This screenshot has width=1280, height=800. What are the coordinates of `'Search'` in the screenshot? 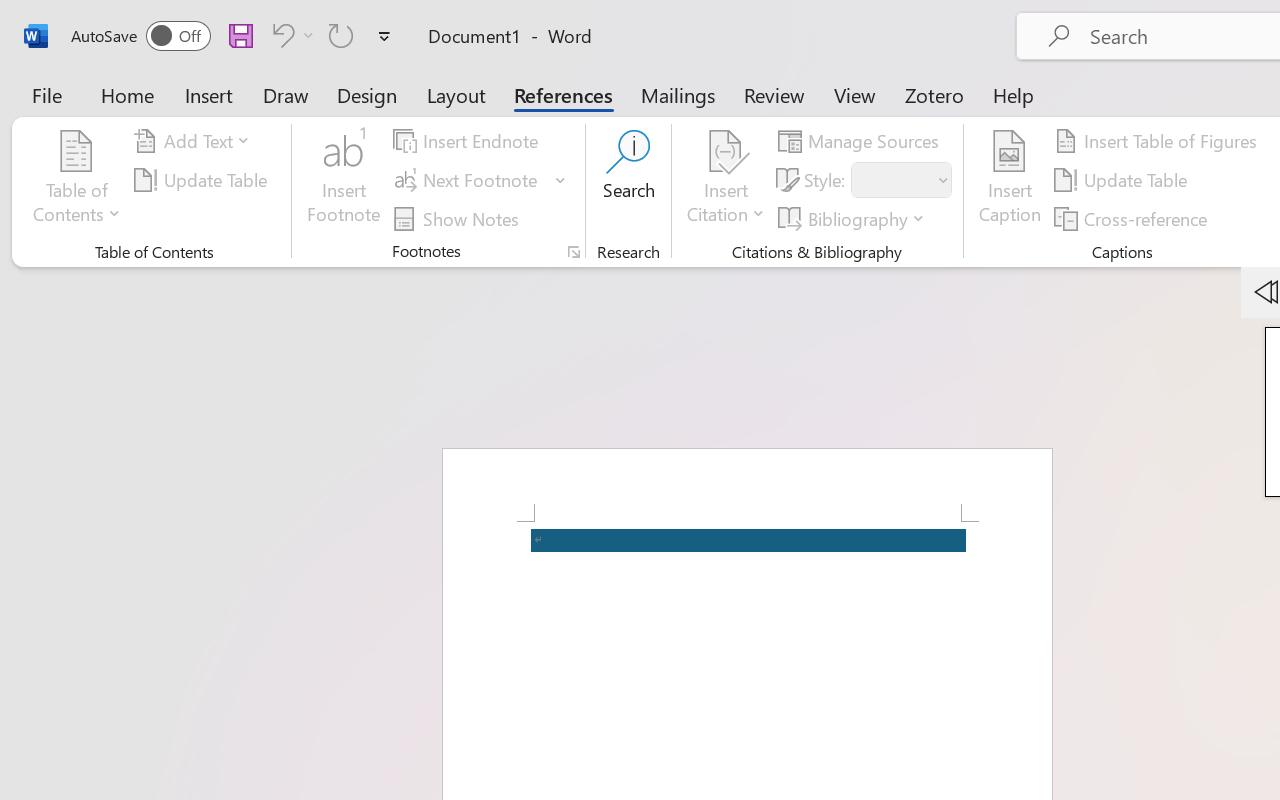 It's located at (628, 179).